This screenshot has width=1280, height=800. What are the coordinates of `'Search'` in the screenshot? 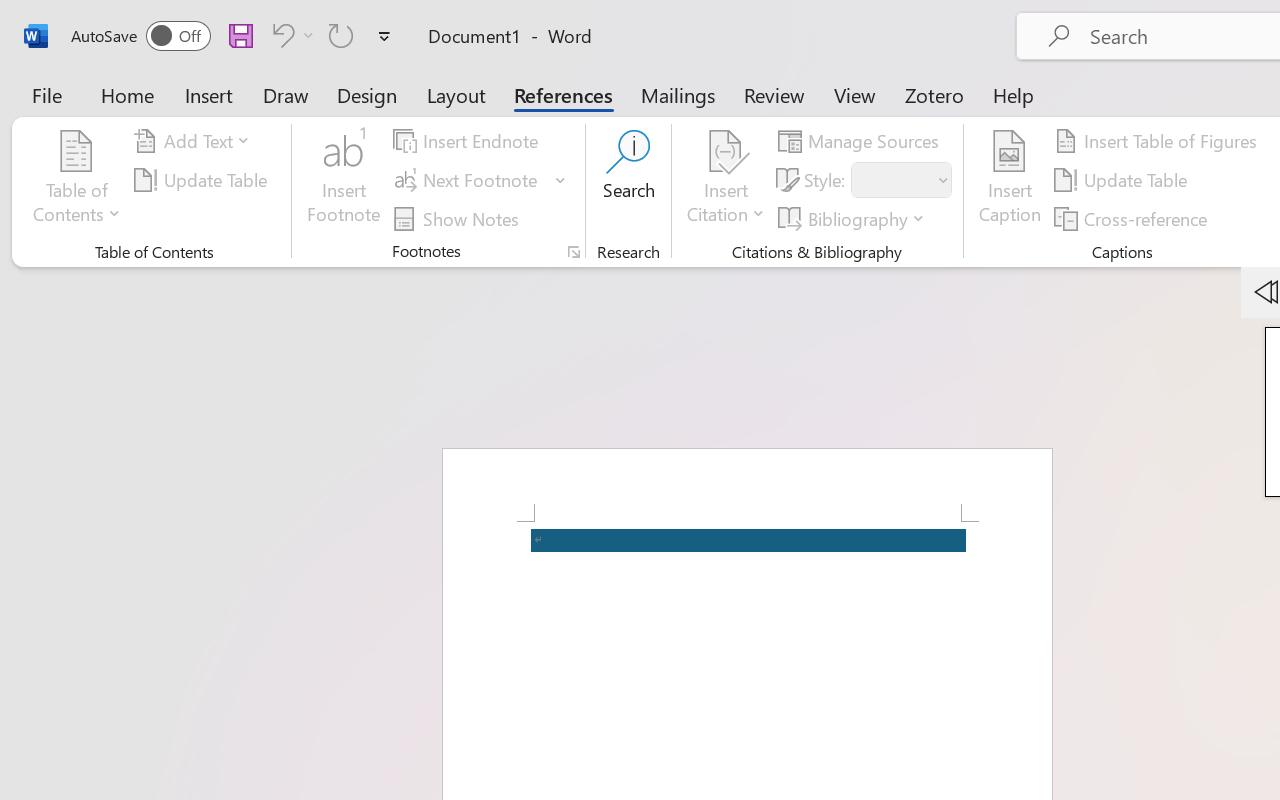 It's located at (628, 179).